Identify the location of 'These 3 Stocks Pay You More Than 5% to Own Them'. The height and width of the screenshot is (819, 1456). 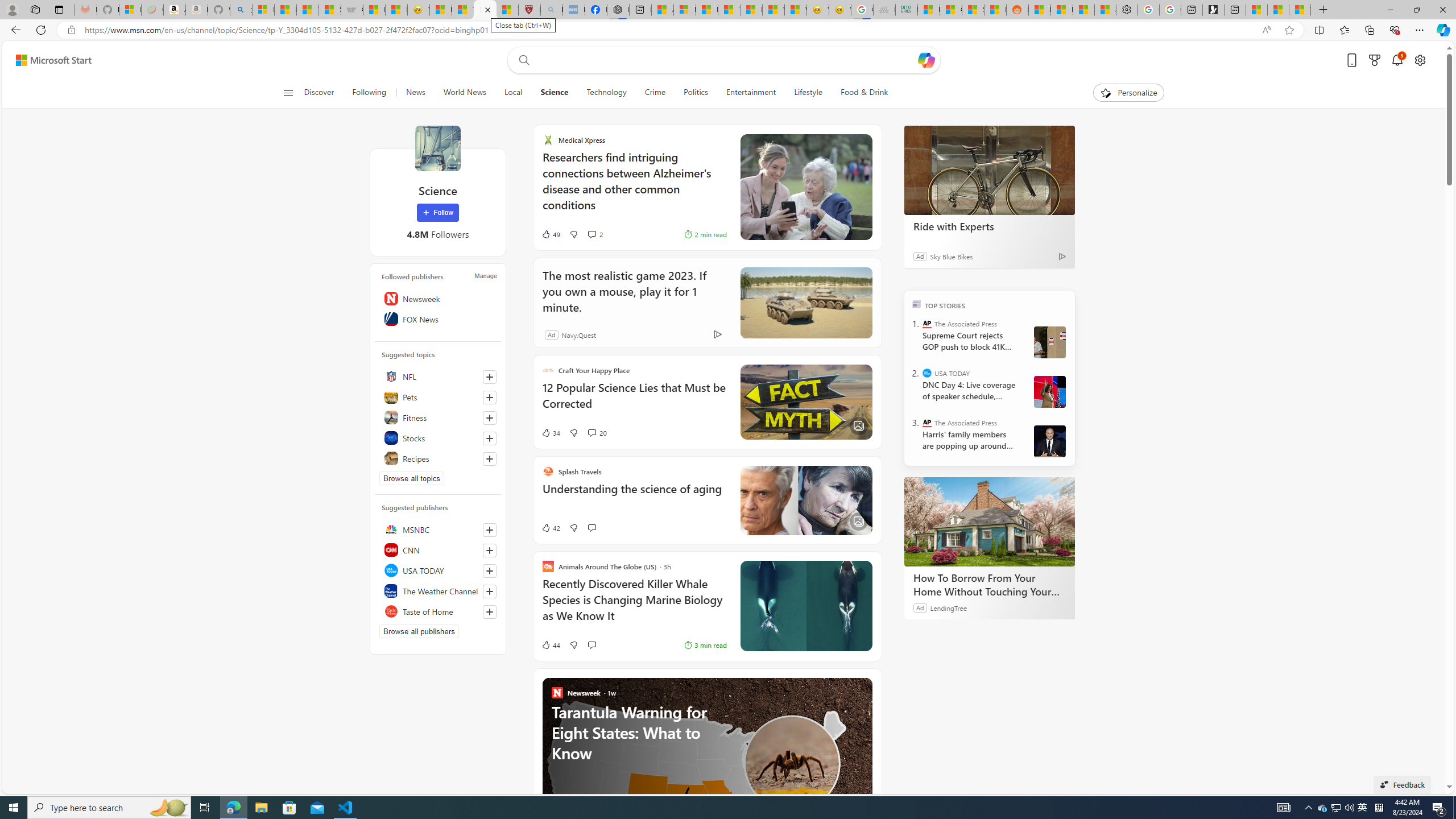
(1300, 9).